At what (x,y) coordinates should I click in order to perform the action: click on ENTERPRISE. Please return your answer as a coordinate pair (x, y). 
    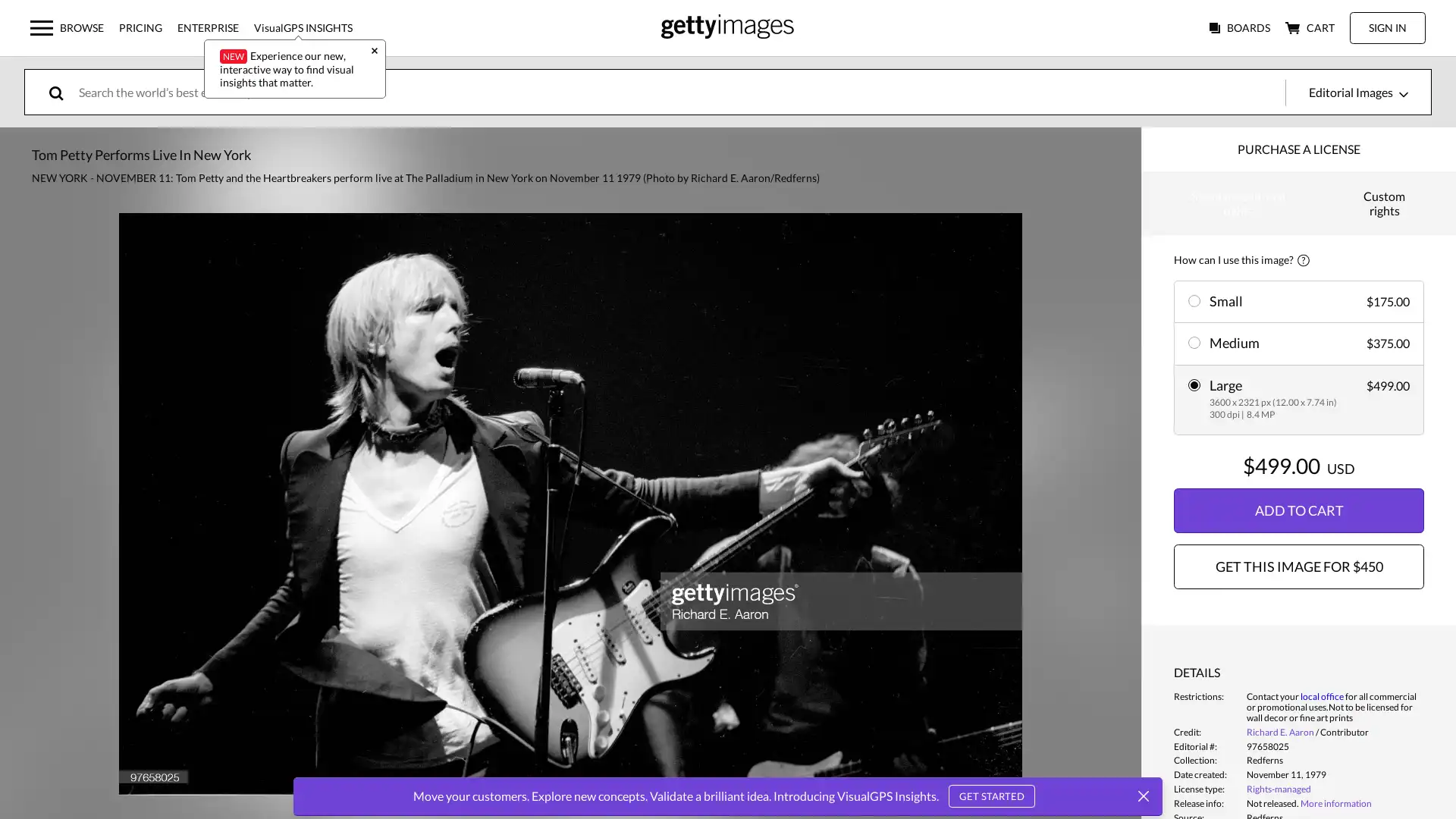
    Looking at the image, I should click on (206, 27).